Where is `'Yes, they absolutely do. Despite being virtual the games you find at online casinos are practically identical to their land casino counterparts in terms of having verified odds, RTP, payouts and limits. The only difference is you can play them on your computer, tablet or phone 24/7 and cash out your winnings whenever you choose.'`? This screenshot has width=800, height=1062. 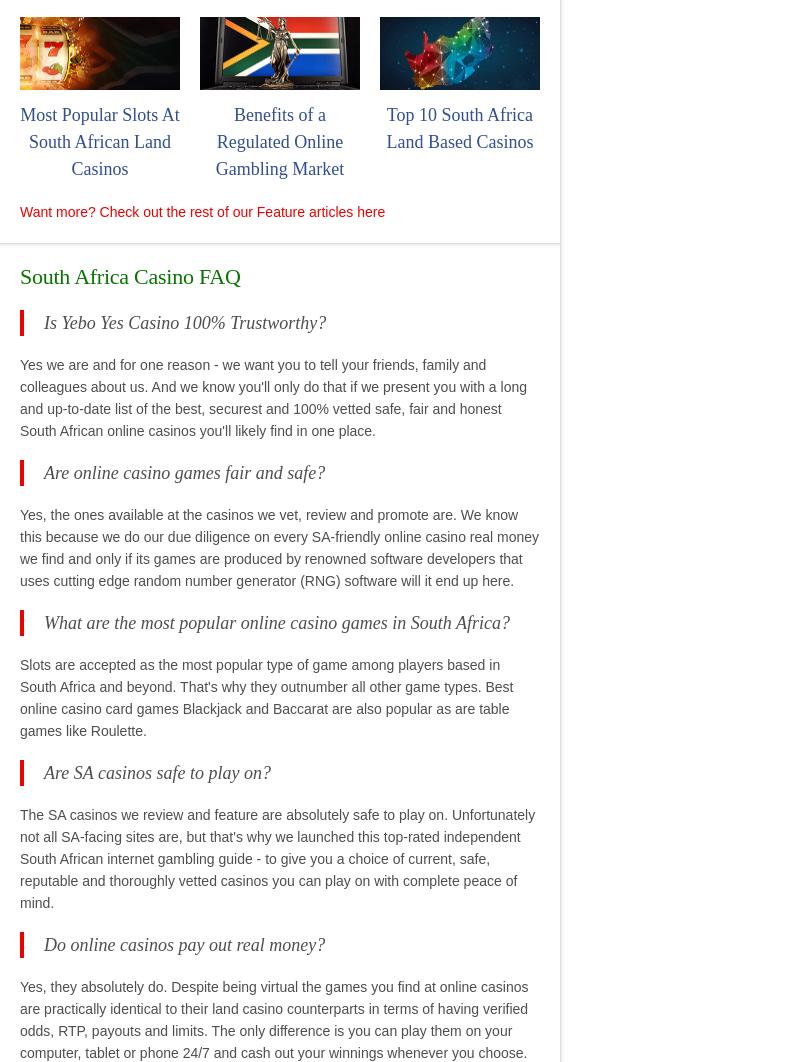
'Yes, they absolutely do. Despite being virtual the games you find at online casinos are practically identical to their land casino counterparts in terms of having verified odds, RTP, payouts and limits. The only difference is you can play them on your computer, tablet or phone 24/7 and cash out your winnings whenever you choose.' is located at coordinates (274, 1017).